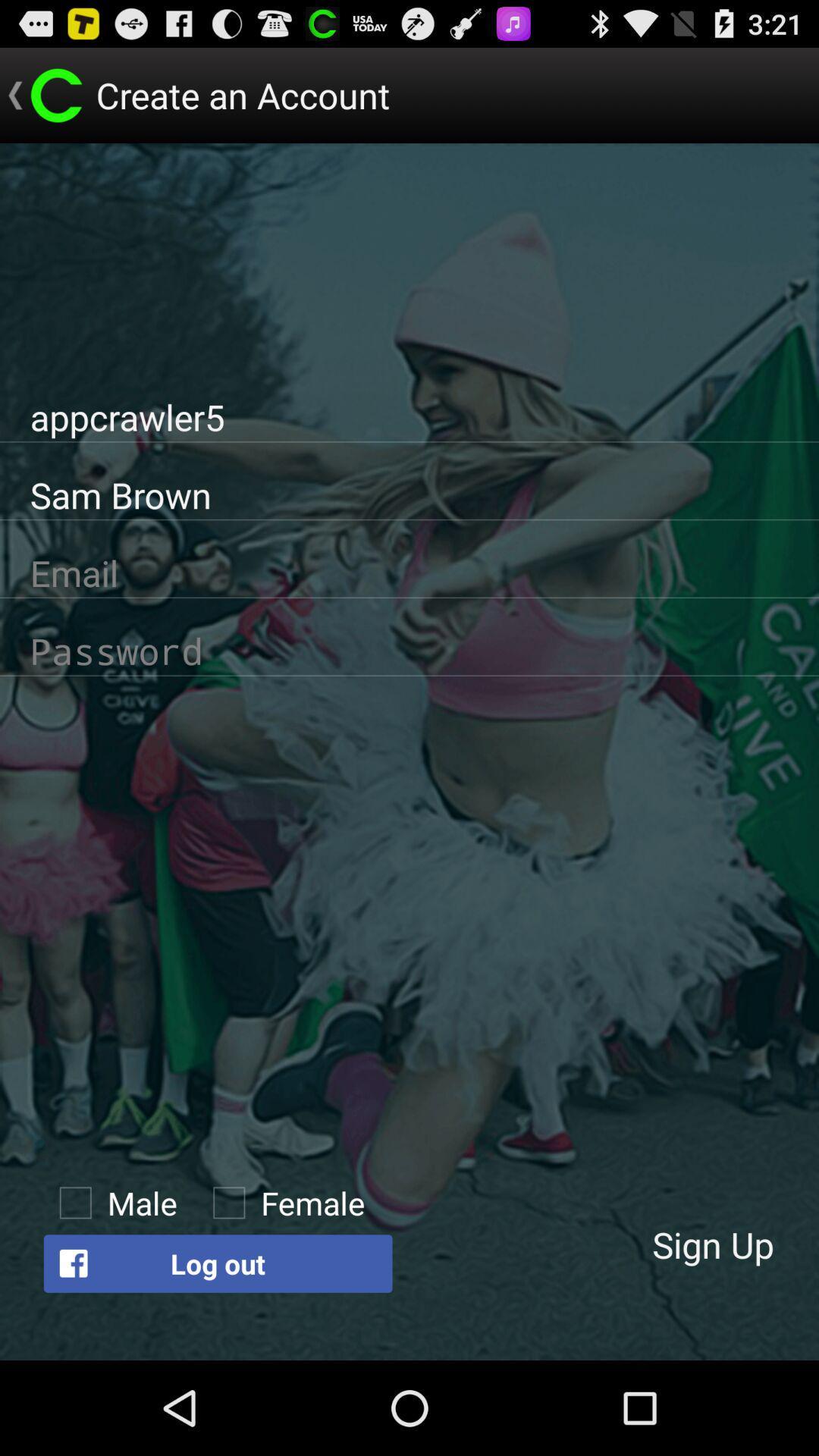 This screenshot has width=819, height=1456. What do you see at coordinates (409, 651) in the screenshot?
I see `password page` at bounding box center [409, 651].